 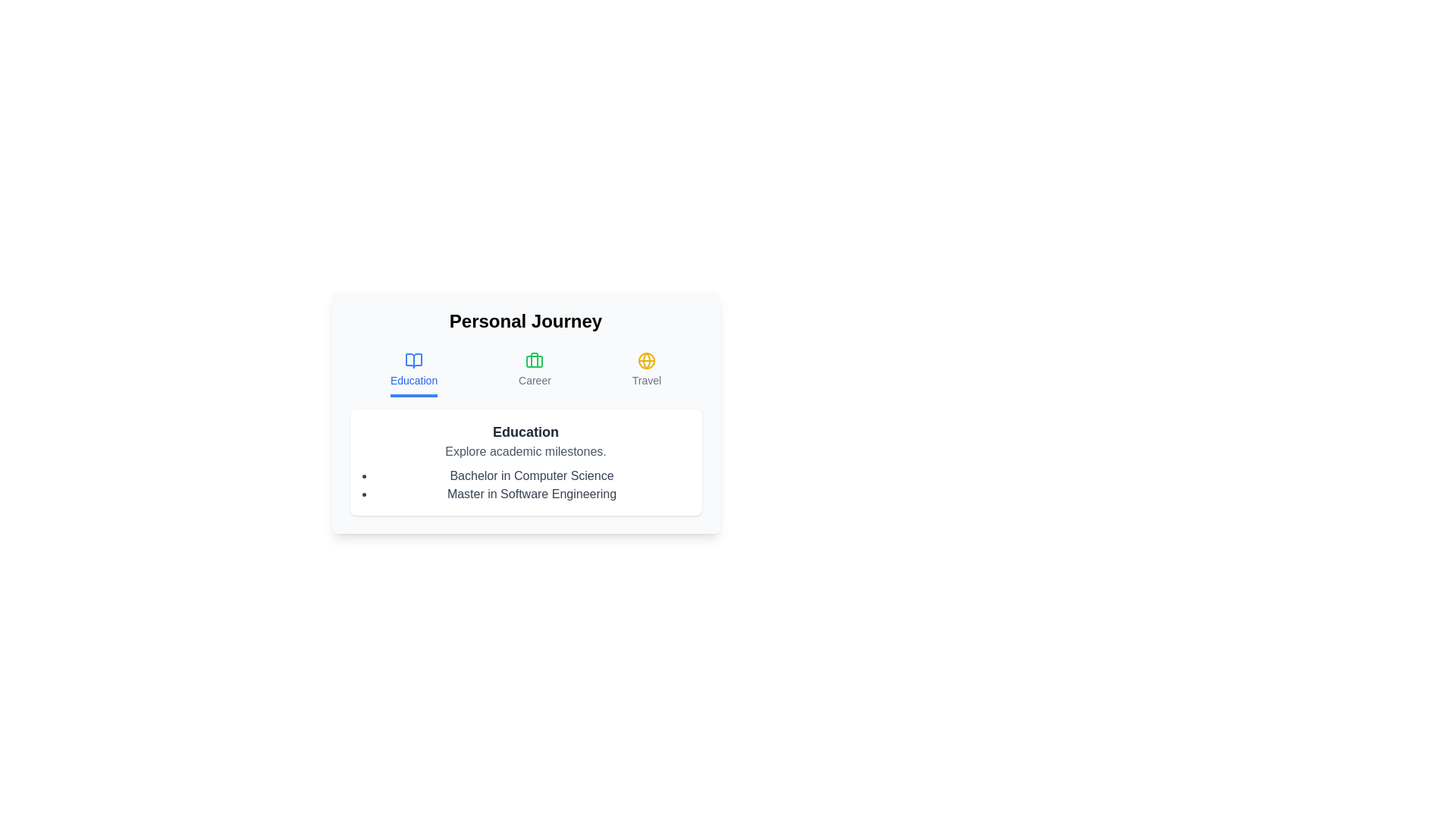 I want to click on the blue open book icon, which is the leftmost icon in the row labeled 'Education,' 'Career,' and 'Travel' under 'Personal Journey.', so click(x=414, y=360).